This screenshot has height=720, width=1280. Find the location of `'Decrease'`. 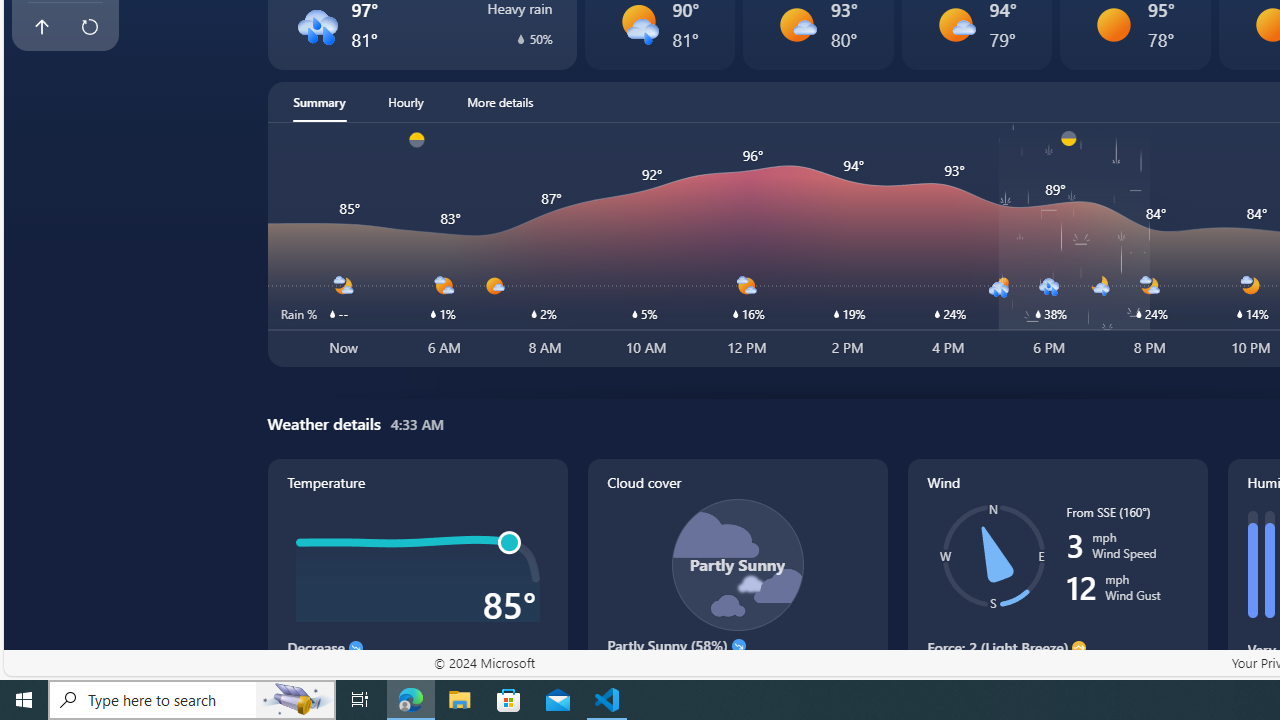

'Decrease' is located at coordinates (355, 648).